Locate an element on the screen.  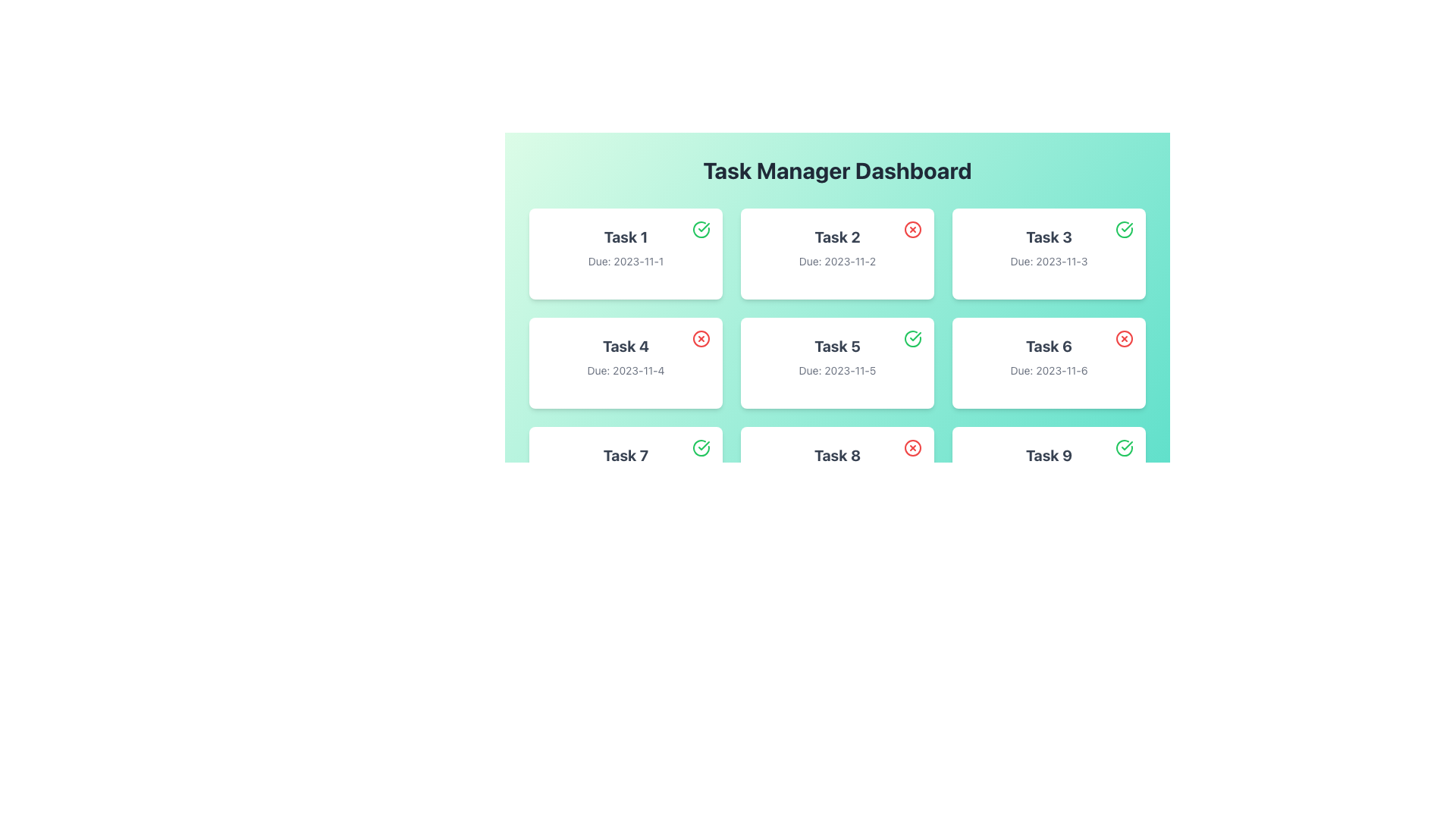
the text label displaying 'Task 1', which is styled as a bold heading within a white card in the upper-left region of a 3x3 grid layout is located at coordinates (626, 237).